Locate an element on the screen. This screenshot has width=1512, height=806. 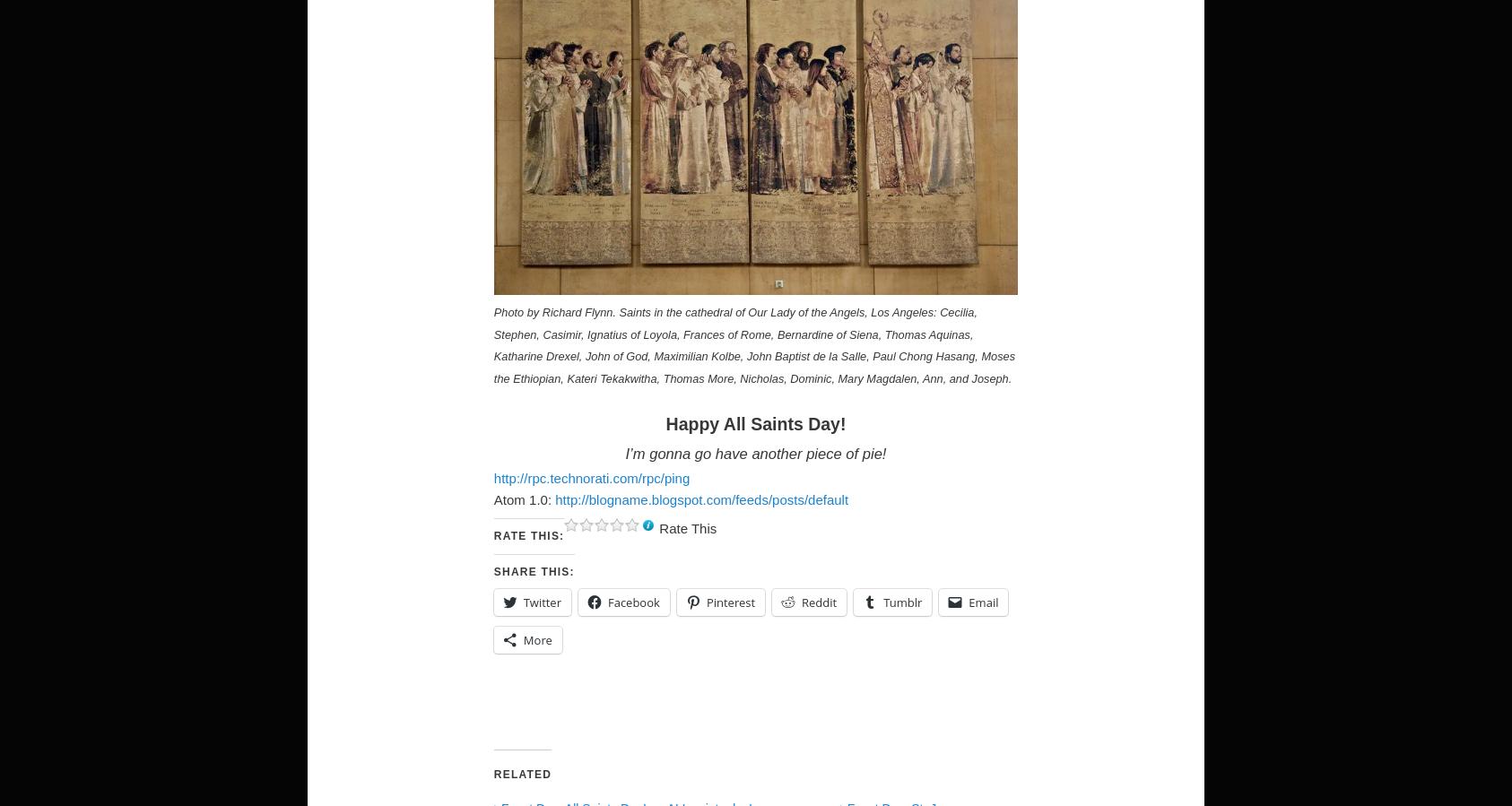
'Happy All Saints Day!' is located at coordinates (665, 423).